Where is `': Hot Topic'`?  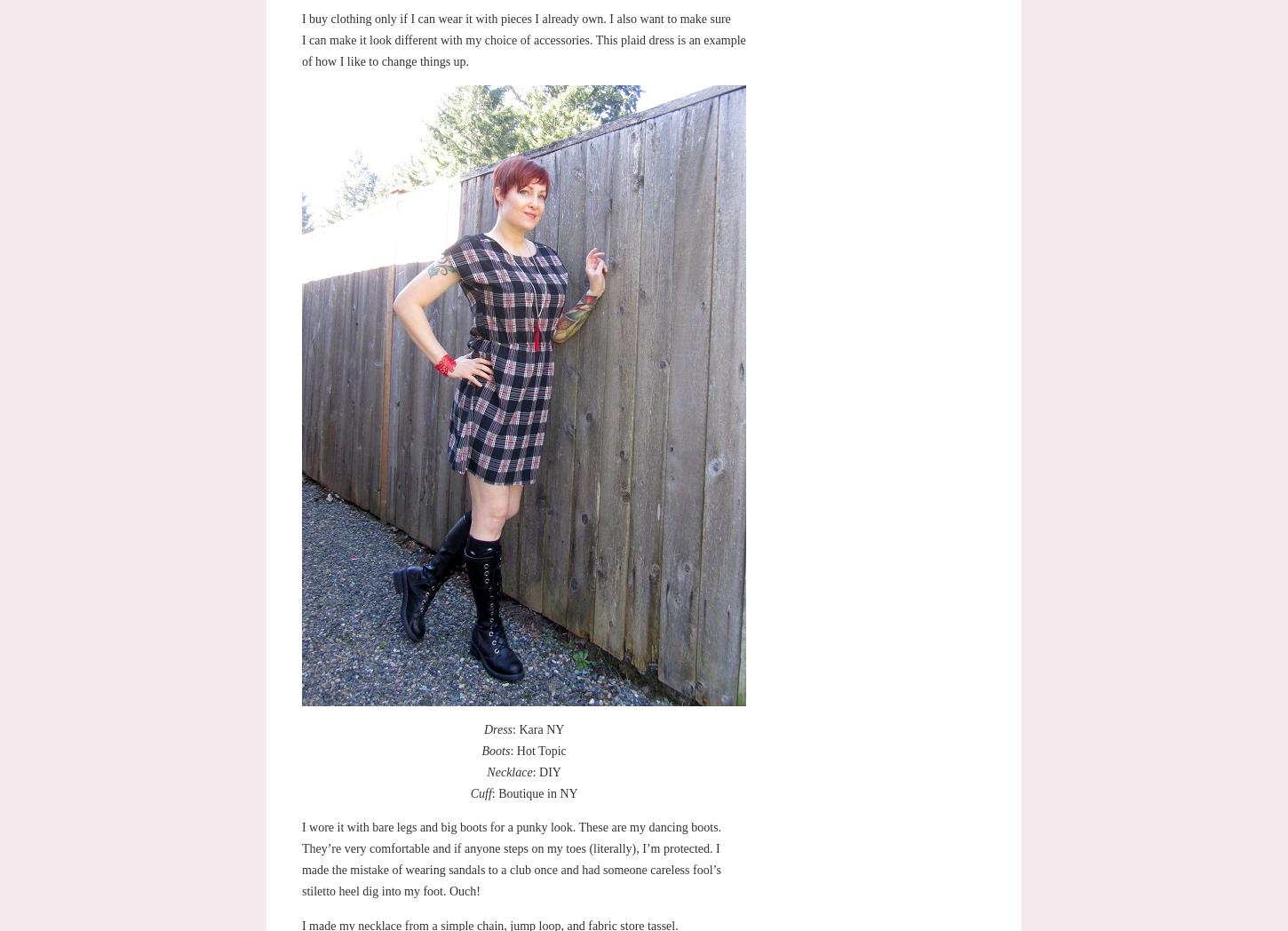 ': Hot Topic' is located at coordinates (510, 751).